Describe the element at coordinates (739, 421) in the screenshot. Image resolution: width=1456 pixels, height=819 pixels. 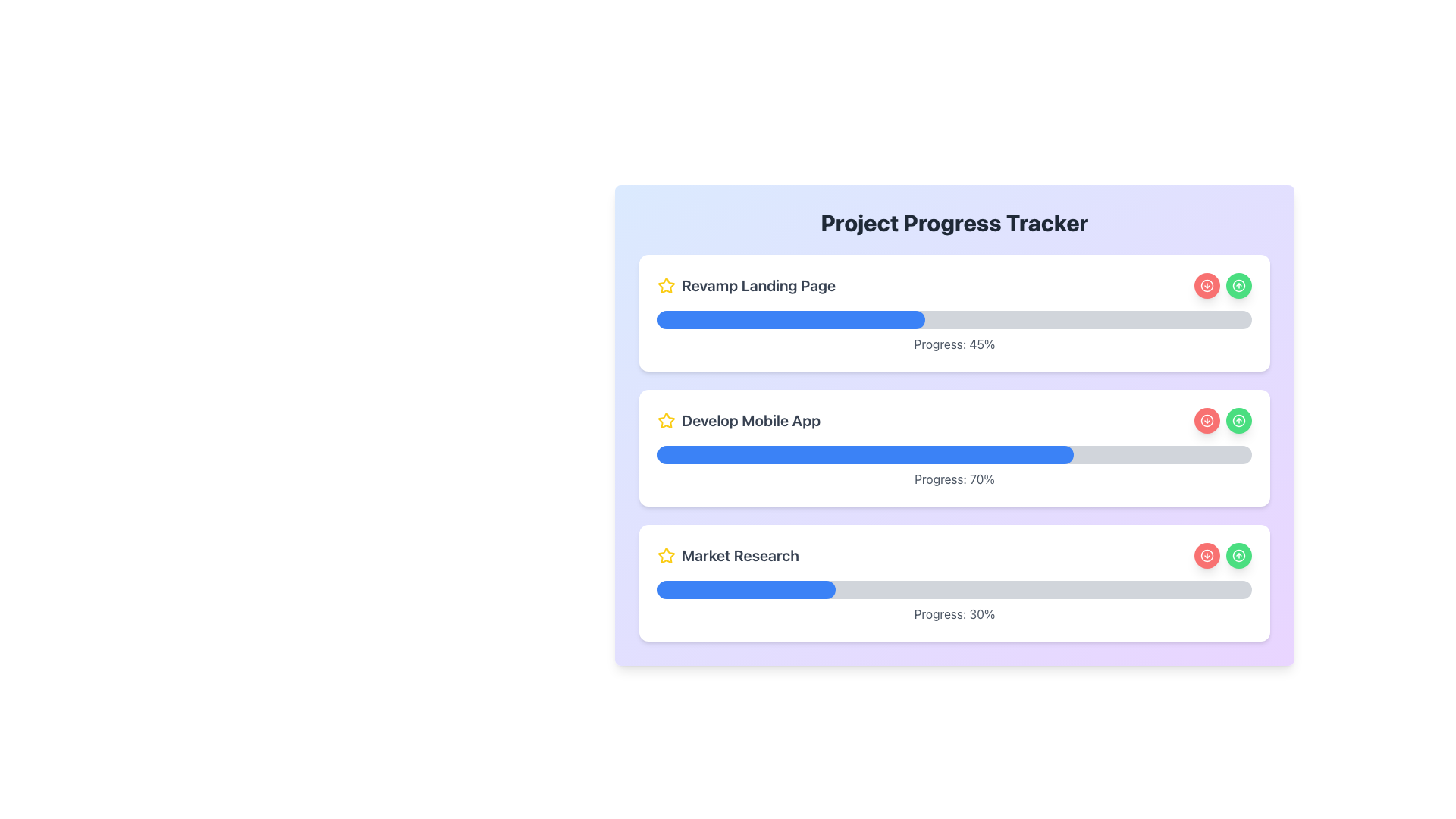
I see `the 'Develop Mobile App' text label with a yellow star icon` at that location.